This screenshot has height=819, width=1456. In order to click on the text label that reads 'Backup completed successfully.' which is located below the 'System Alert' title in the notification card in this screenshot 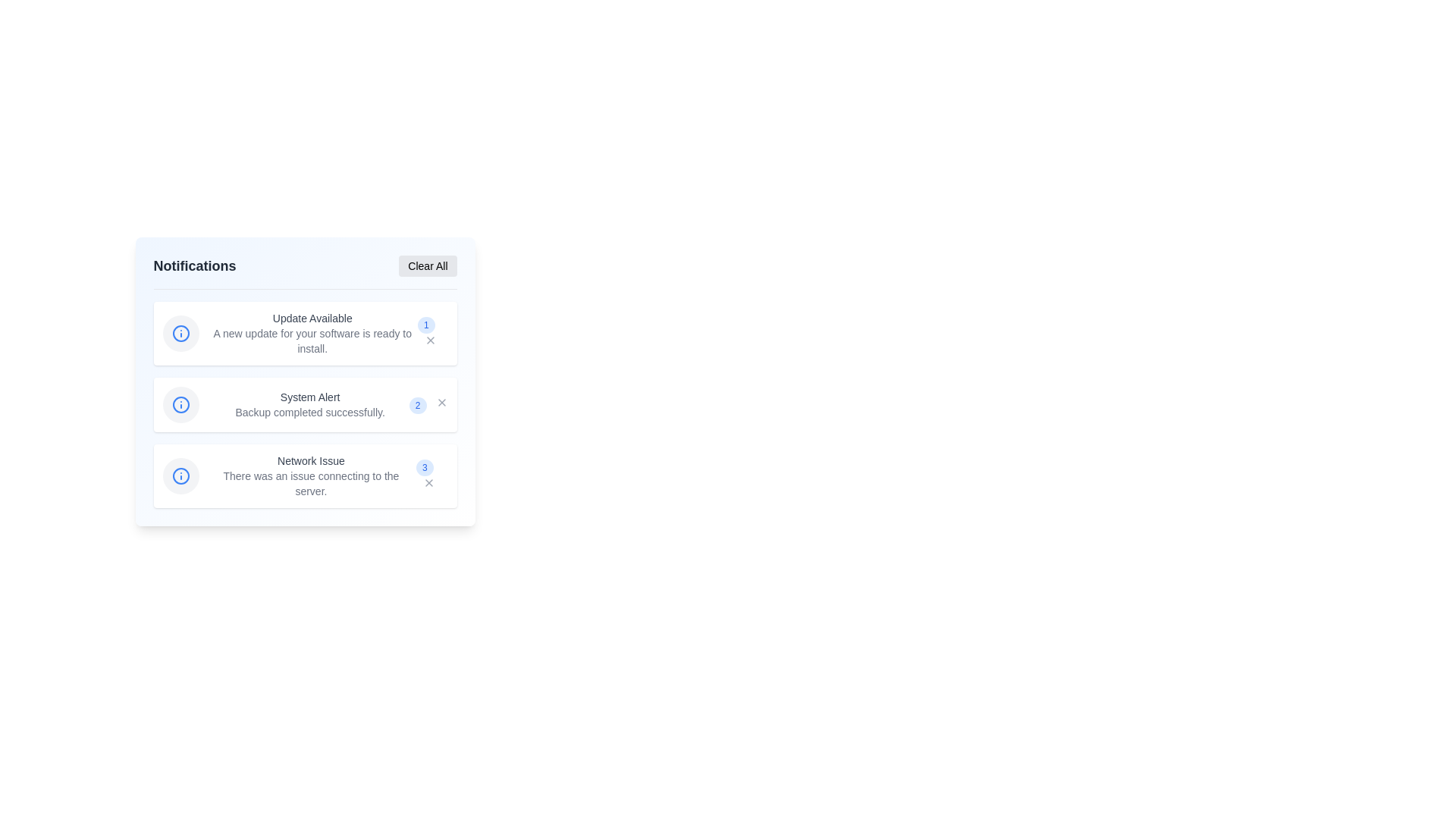, I will do `click(309, 412)`.